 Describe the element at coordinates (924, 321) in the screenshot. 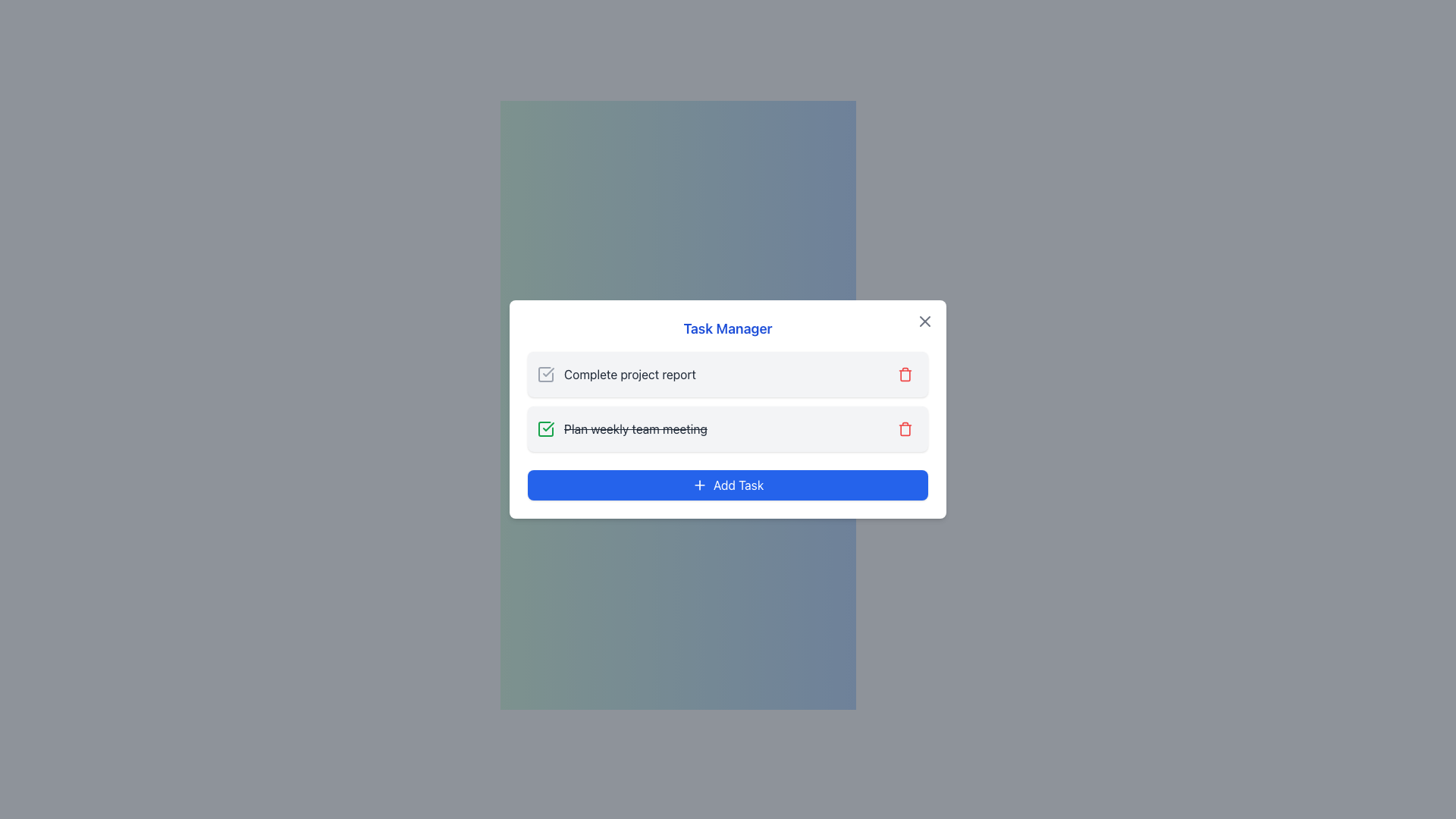

I see `the Close Button located in the top-right corner of the modal` at that location.